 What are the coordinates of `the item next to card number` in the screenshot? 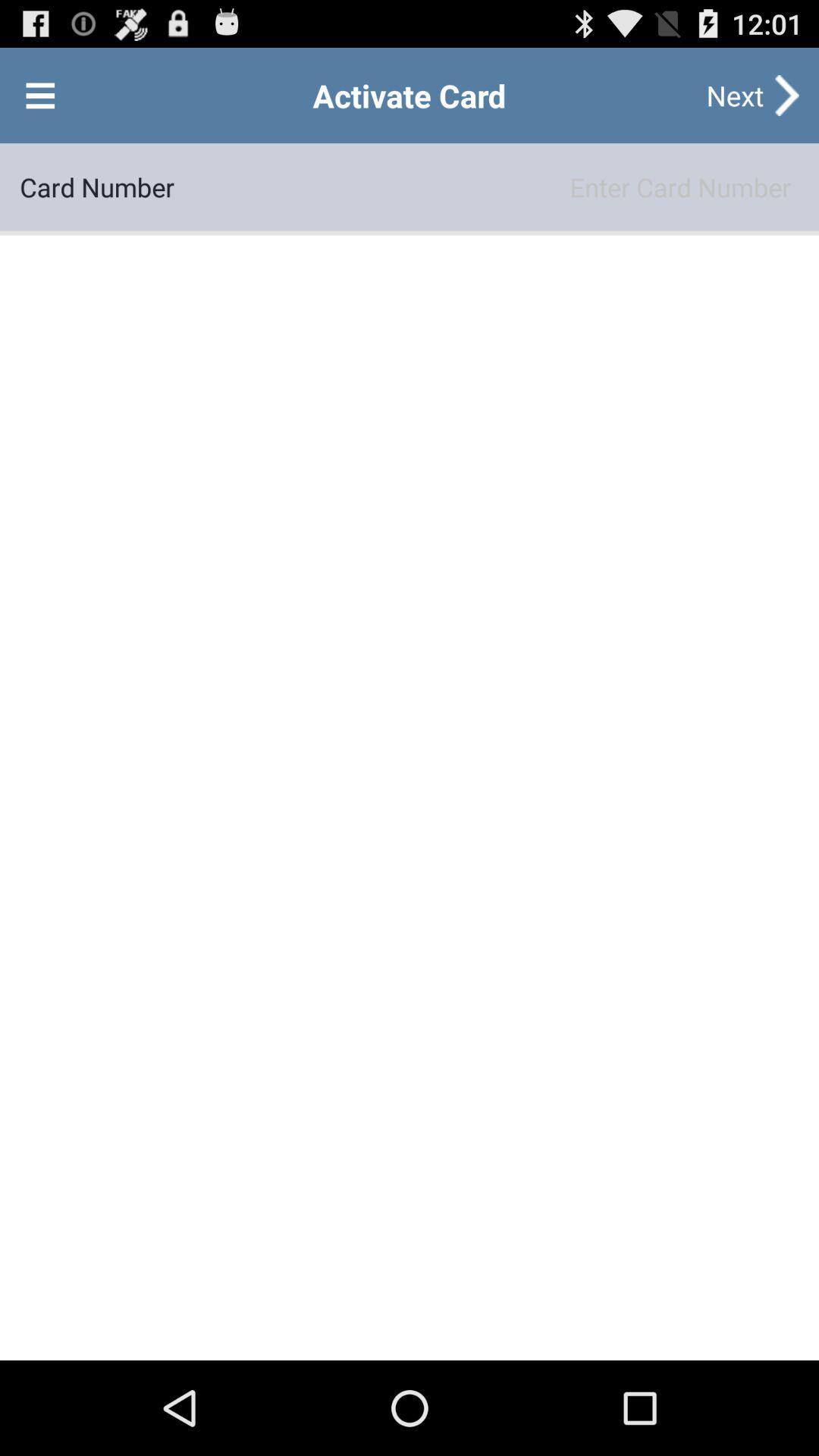 It's located at (486, 186).